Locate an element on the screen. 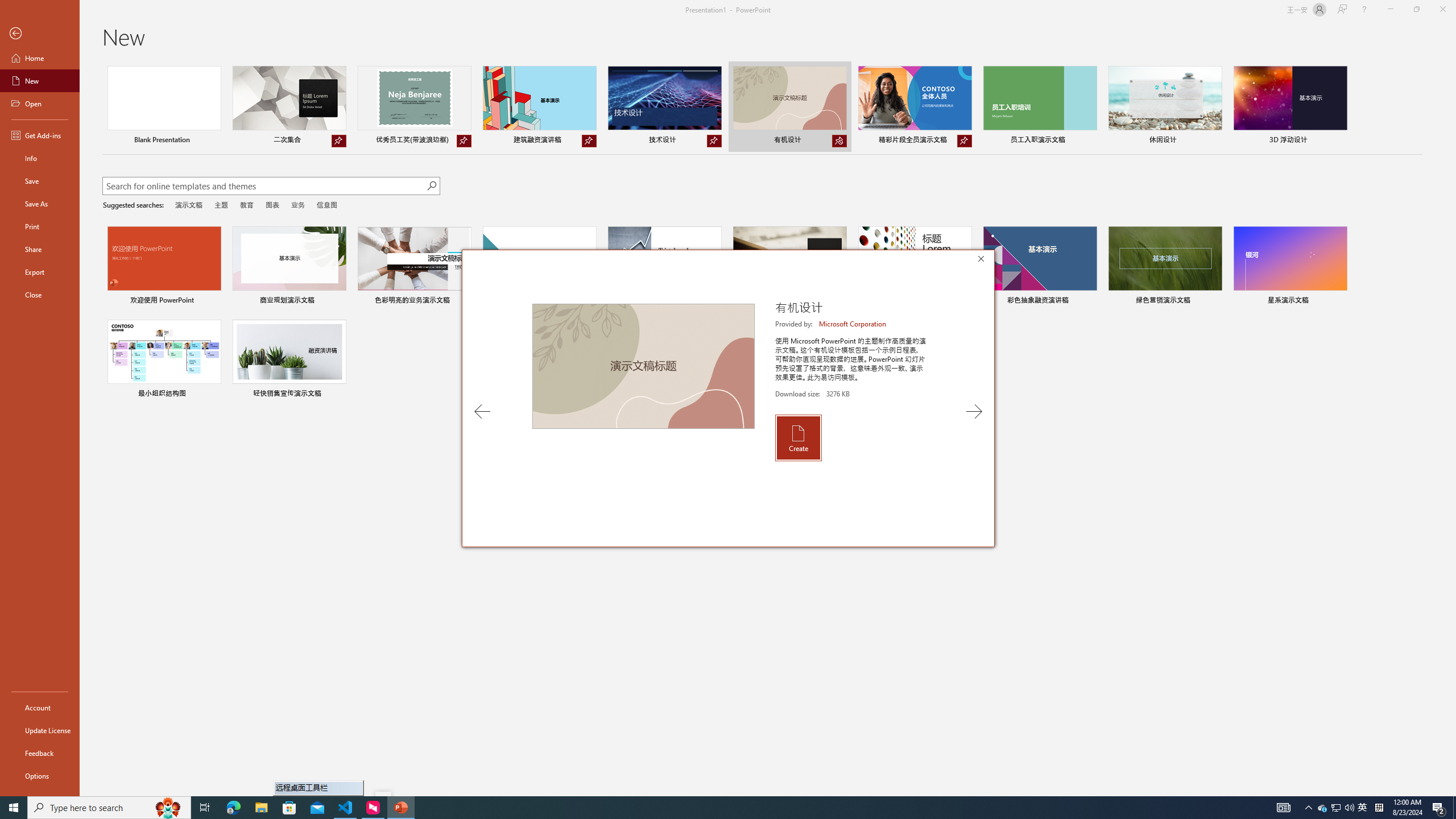  'Feedback' is located at coordinates (39, 753).